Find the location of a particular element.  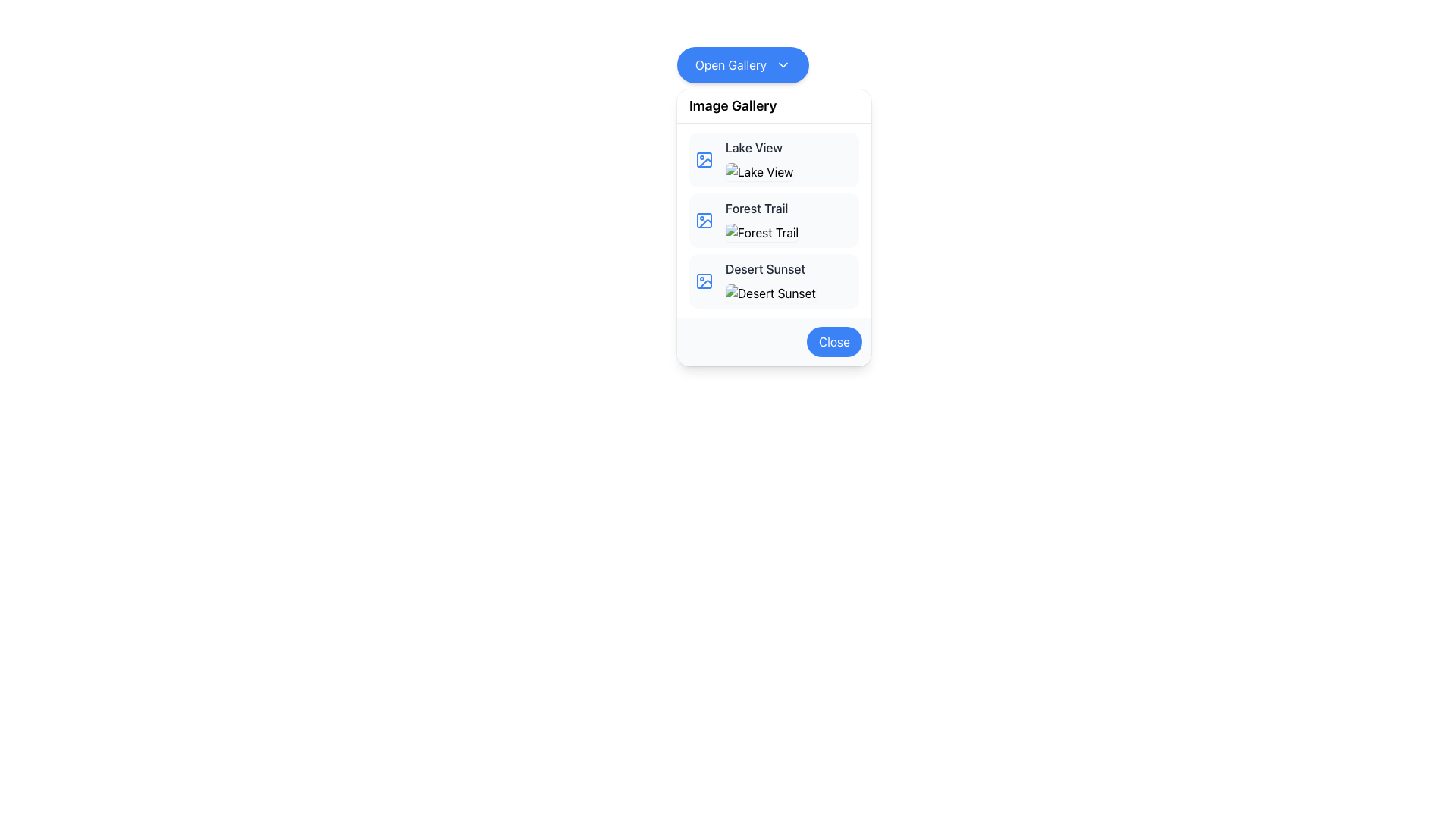

the blue image file icon with rounded corners located to the left of the text 'Desert Sunset' in the third row of the gallery list is located at coordinates (703, 281).